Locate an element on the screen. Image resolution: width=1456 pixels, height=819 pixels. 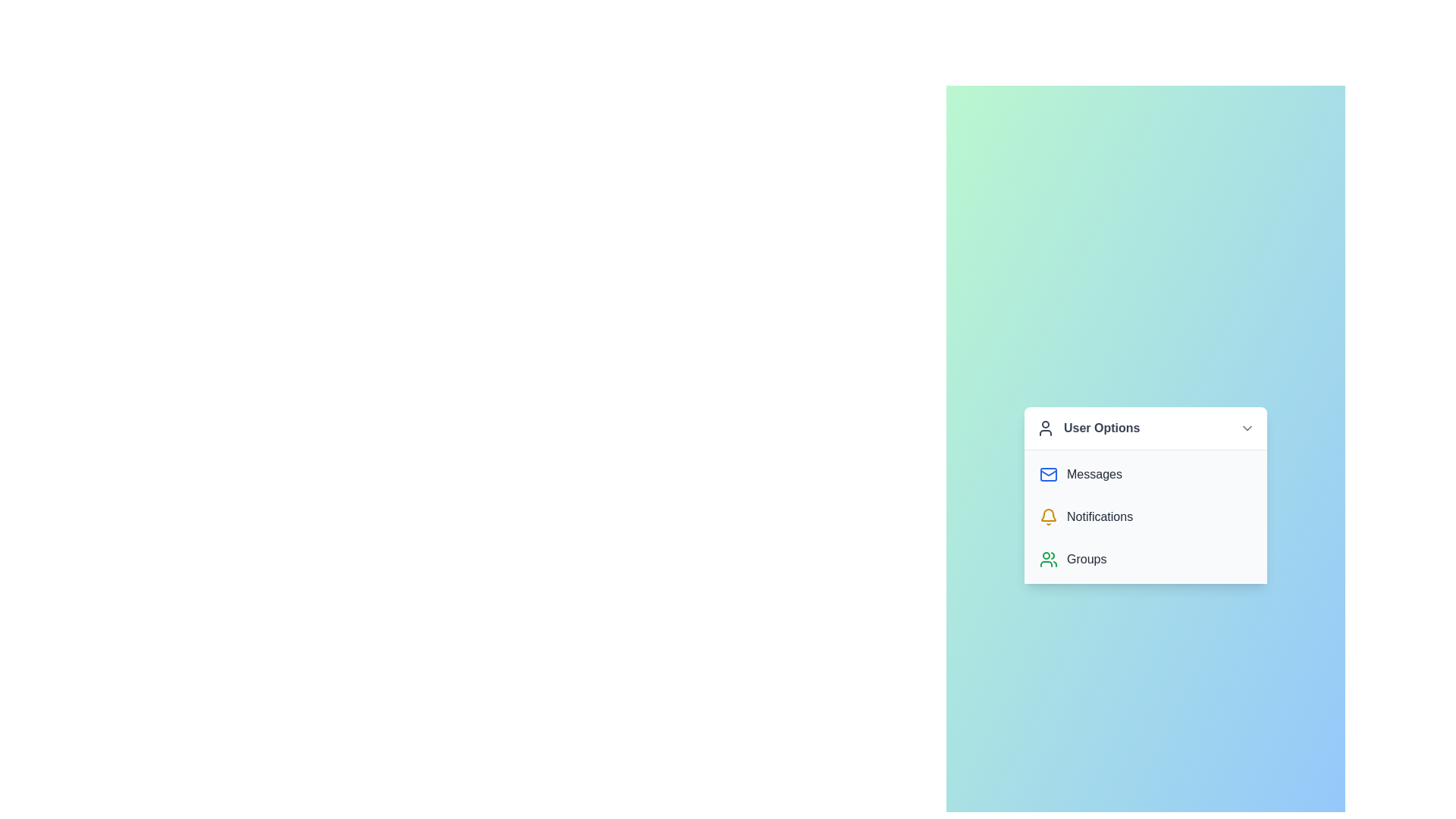
the 'Messages' text label, which is styled in gray and located under the envelope icon in the user options panel is located at coordinates (1094, 473).